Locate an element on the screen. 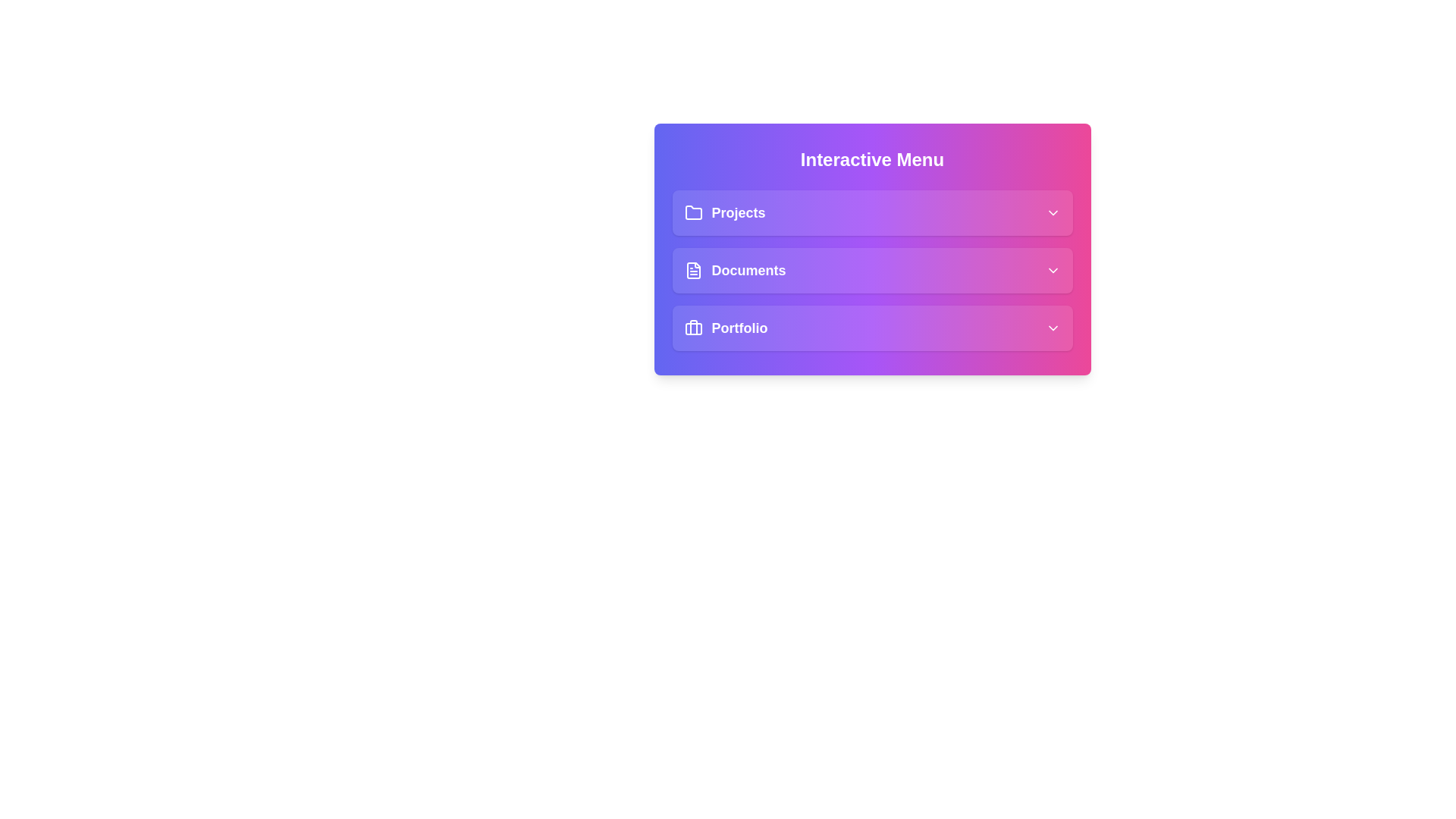 The image size is (1456, 819). the 'Documents' text label, which is a white, bold text within a rectangular button with a gradient purple background, positioned between the 'Projects' and 'Portfolio' buttons is located at coordinates (748, 270).